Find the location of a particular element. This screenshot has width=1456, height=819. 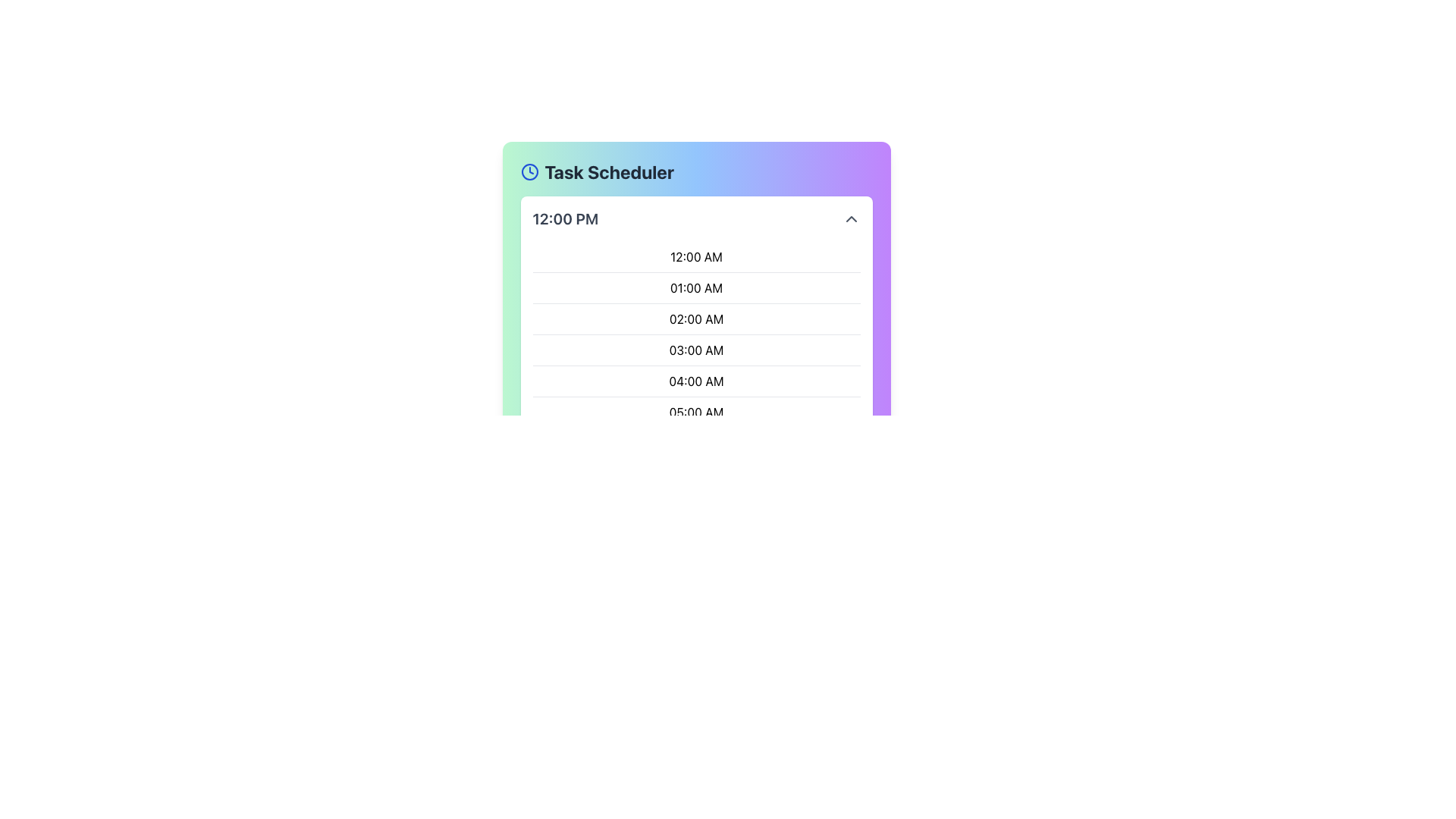

the circular SVG element that is part of the clock icon, located to the left of the 'Task Scheduler' text in the header area is located at coordinates (529, 171).